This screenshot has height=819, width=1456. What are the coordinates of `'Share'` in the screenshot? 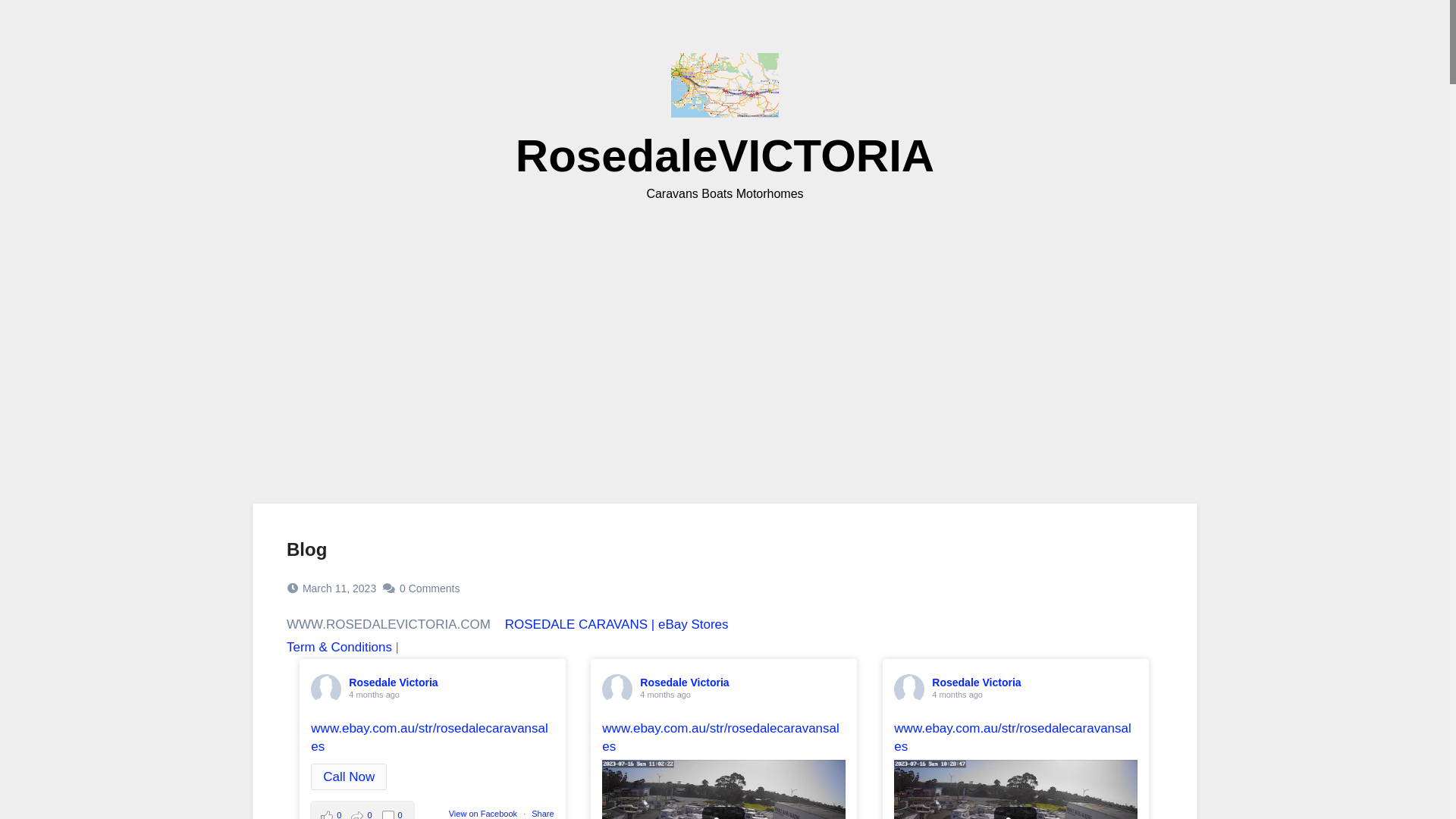 It's located at (542, 812).